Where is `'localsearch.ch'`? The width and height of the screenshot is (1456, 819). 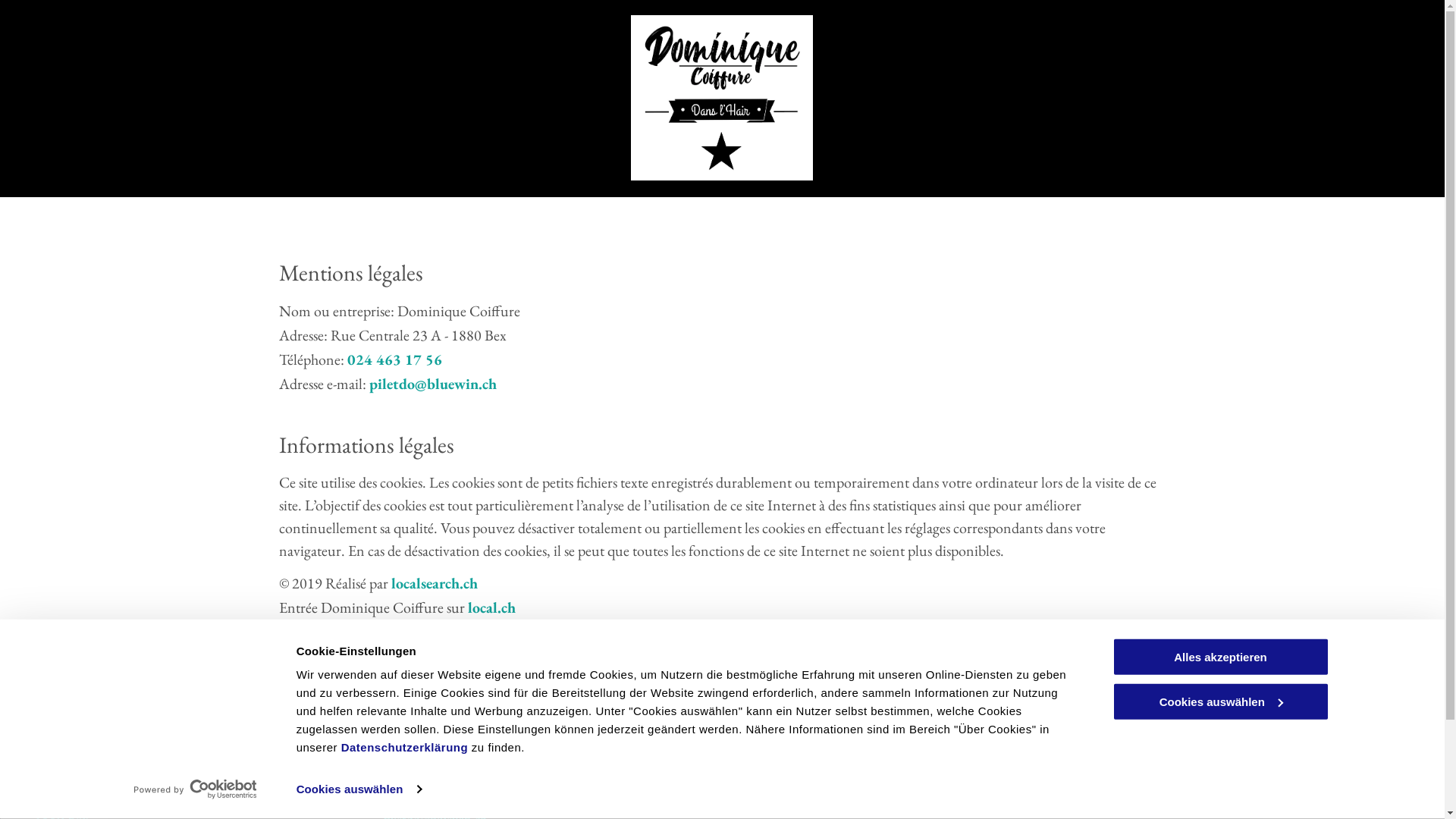
'localsearch.ch' is located at coordinates (433, 582).